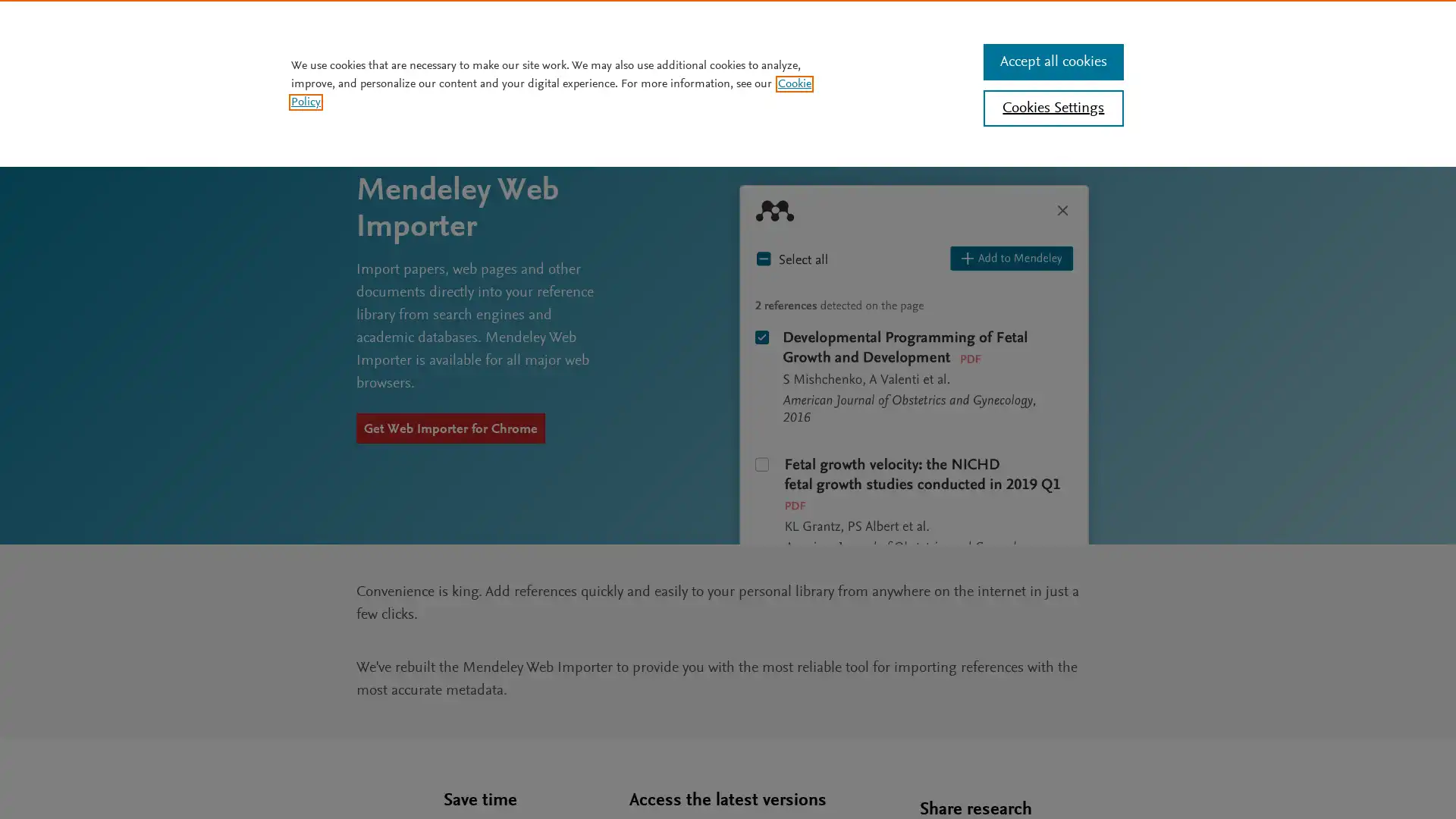 The height and width of the screenshot is (819, 1456). Describe the element at coordinates (1052, 61) in the screenshot. I see `Accept all cookies` at that location.